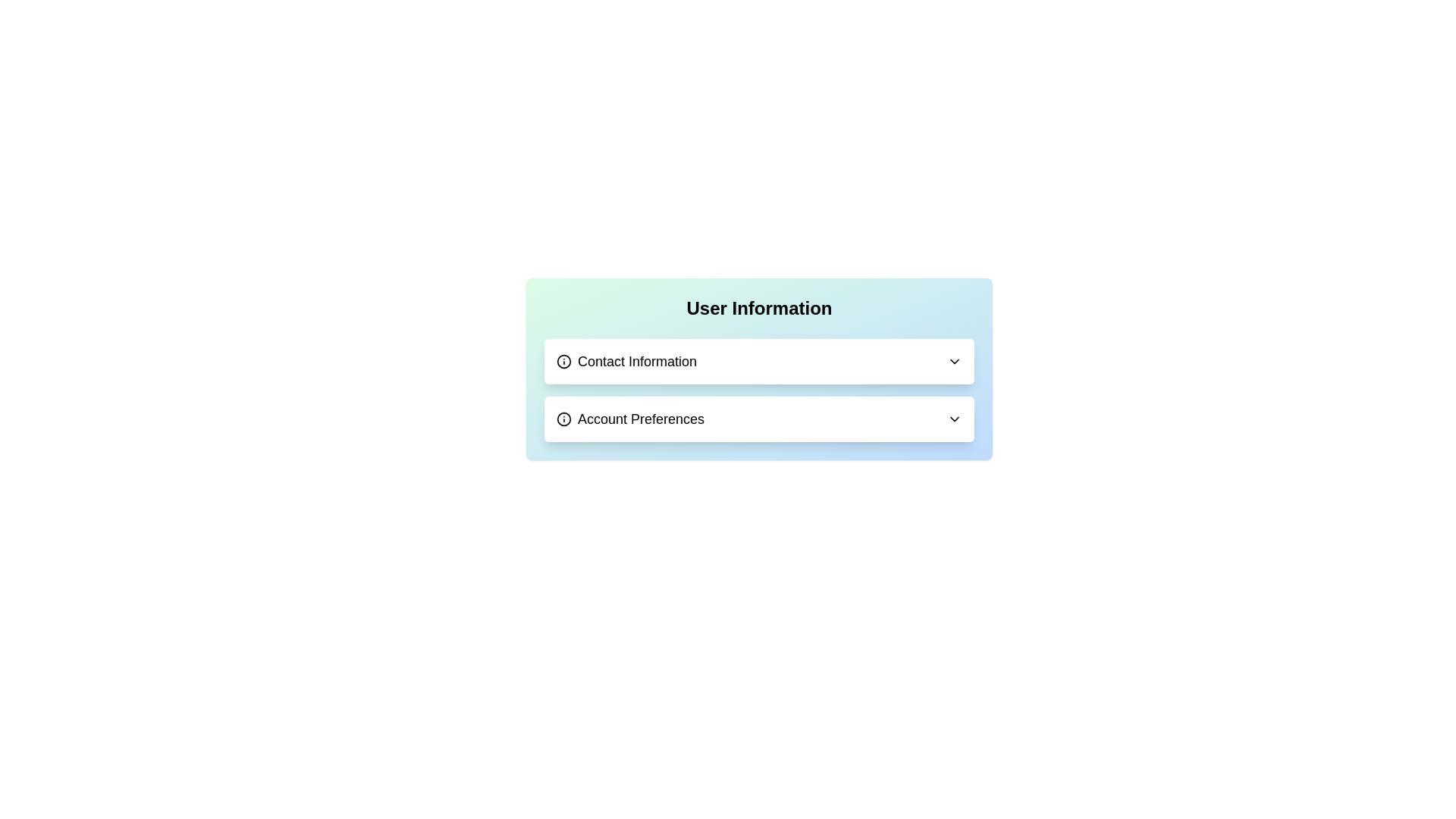 This screenshot has width=1456, height=819. Describe the element at coordinates (563, 362) in the screenshot. I see `the Circle Icon located to the left of the 'Contact Information' label, which indicates alert or category context` at that location.